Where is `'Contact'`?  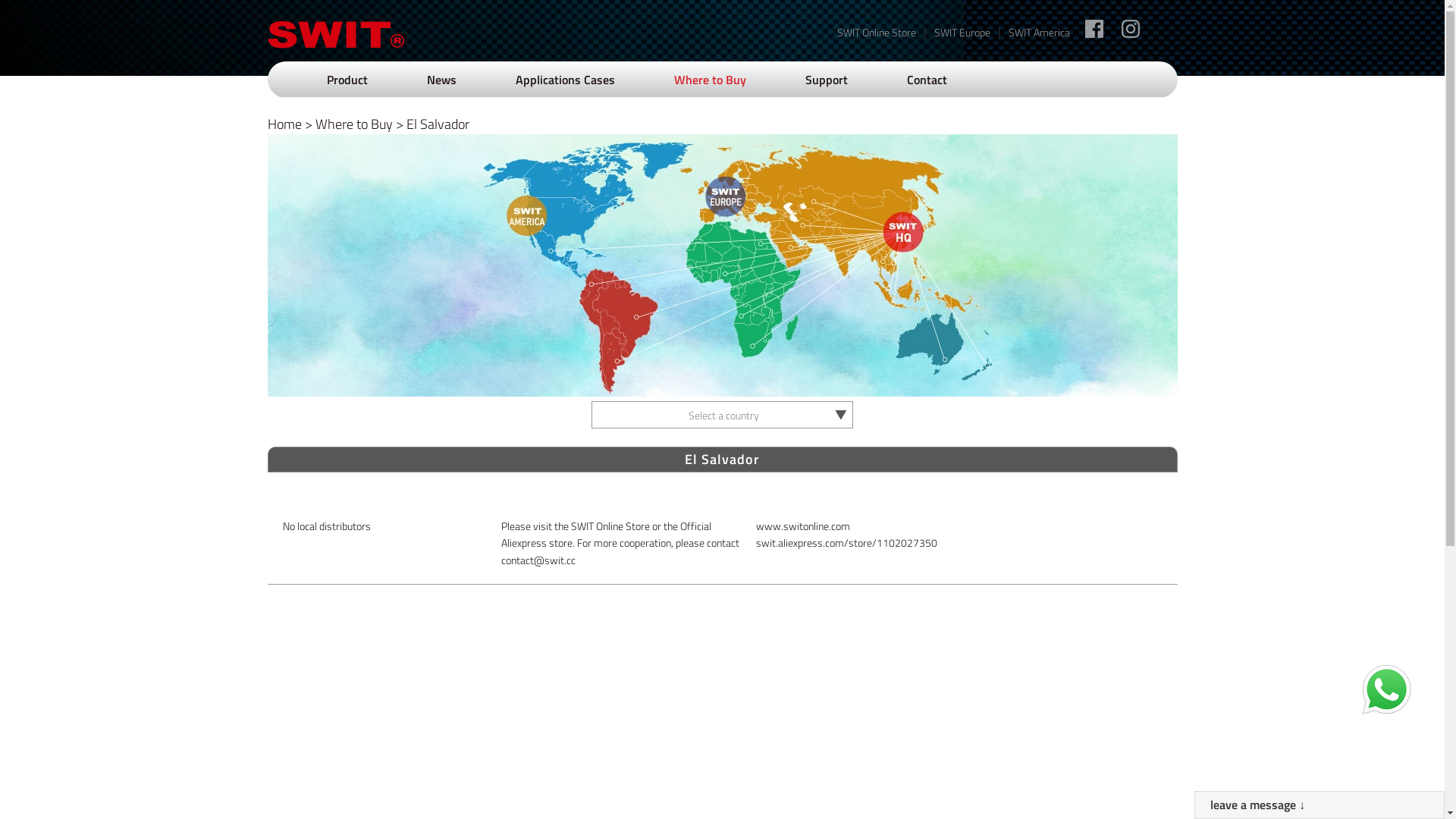 'Contact' is located at coordinates (926, 79).